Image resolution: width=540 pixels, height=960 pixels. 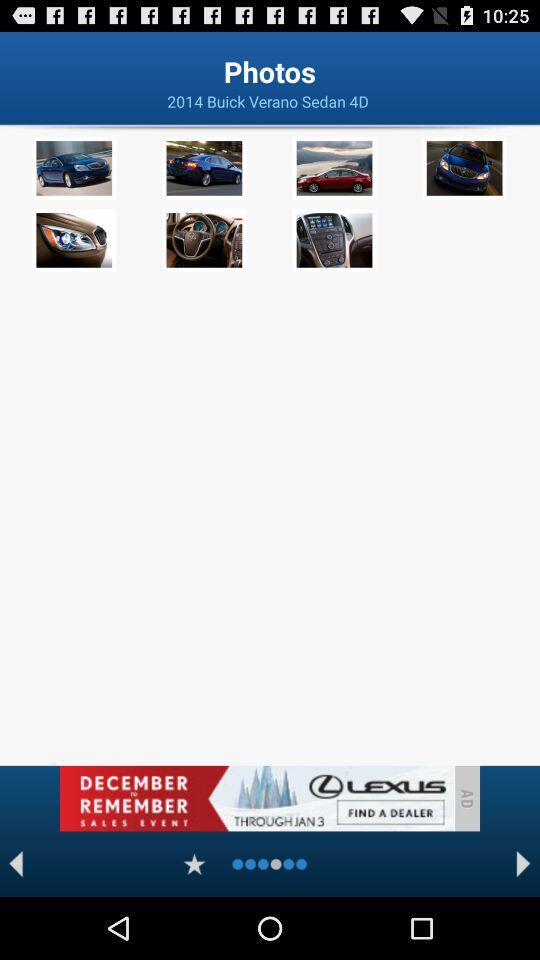 What do you see at coordinates (194, 863) in the screenshot?
I see `set as favorite` at bounding box center [194, 863].